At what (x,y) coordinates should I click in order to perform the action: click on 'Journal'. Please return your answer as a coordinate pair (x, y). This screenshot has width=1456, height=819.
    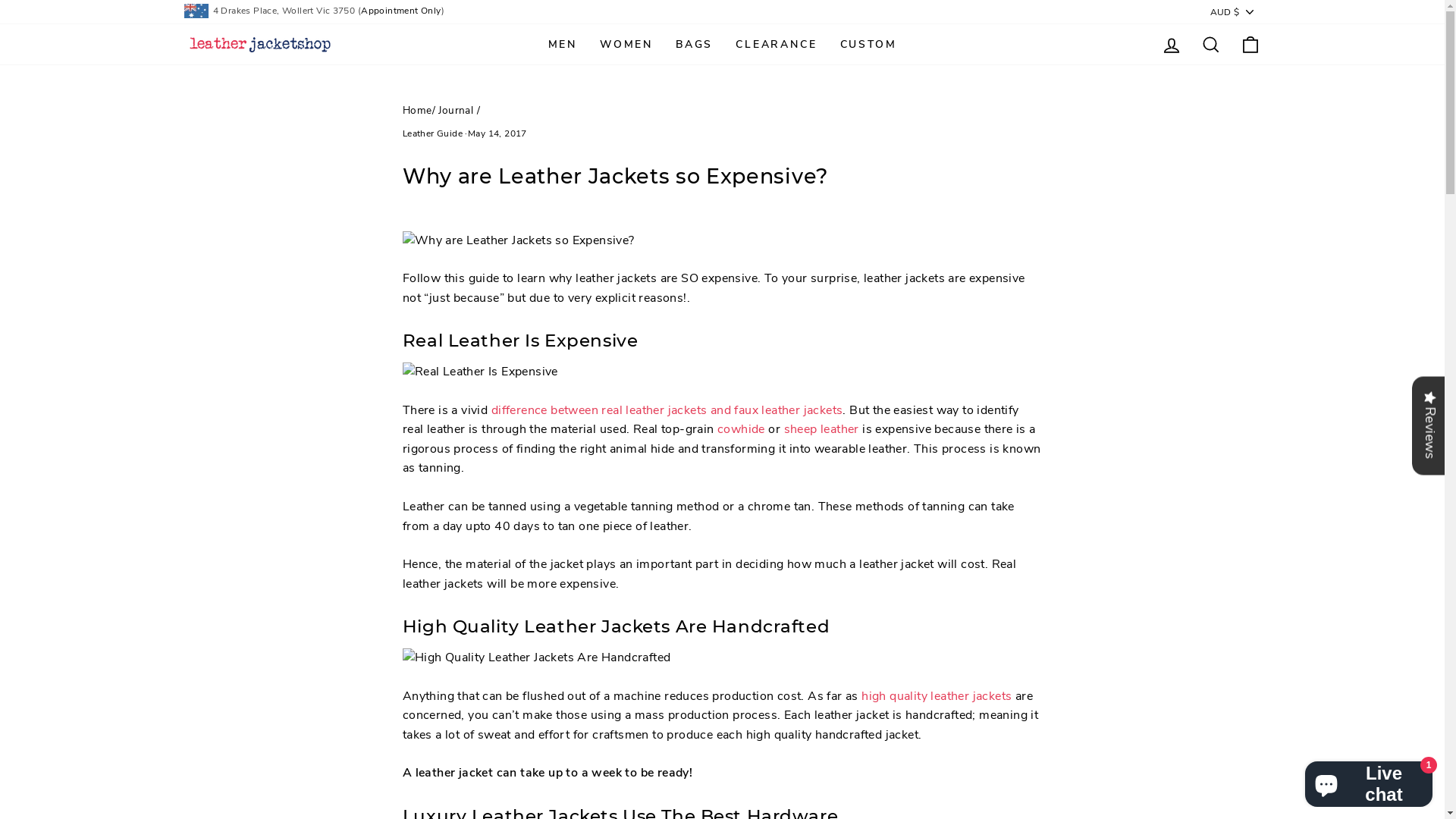
    Looking at the image, I should click on (454, 109).